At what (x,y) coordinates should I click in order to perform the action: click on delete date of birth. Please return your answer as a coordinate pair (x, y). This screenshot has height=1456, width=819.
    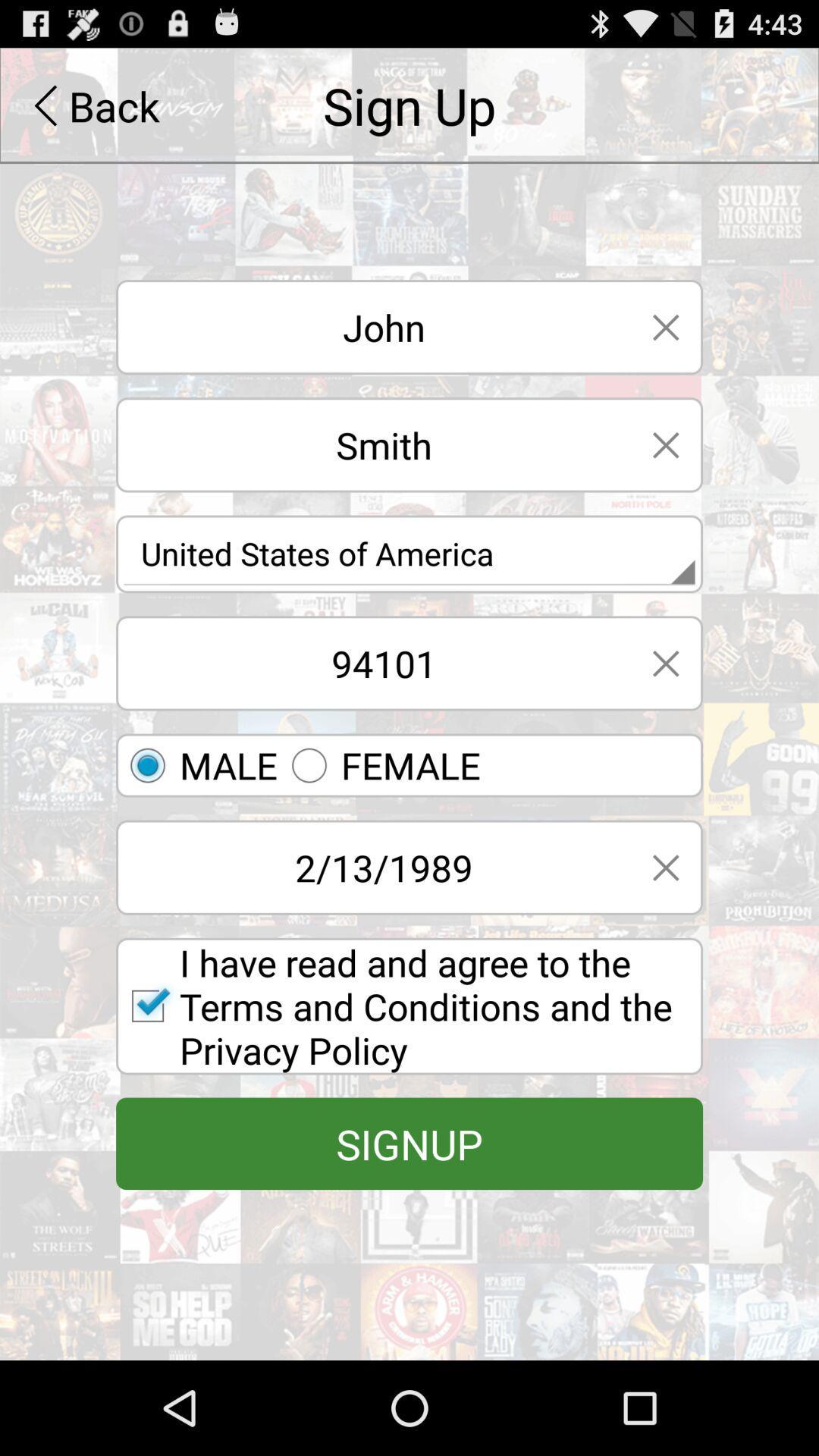
    Looking at the image, I should click on (665, 868).